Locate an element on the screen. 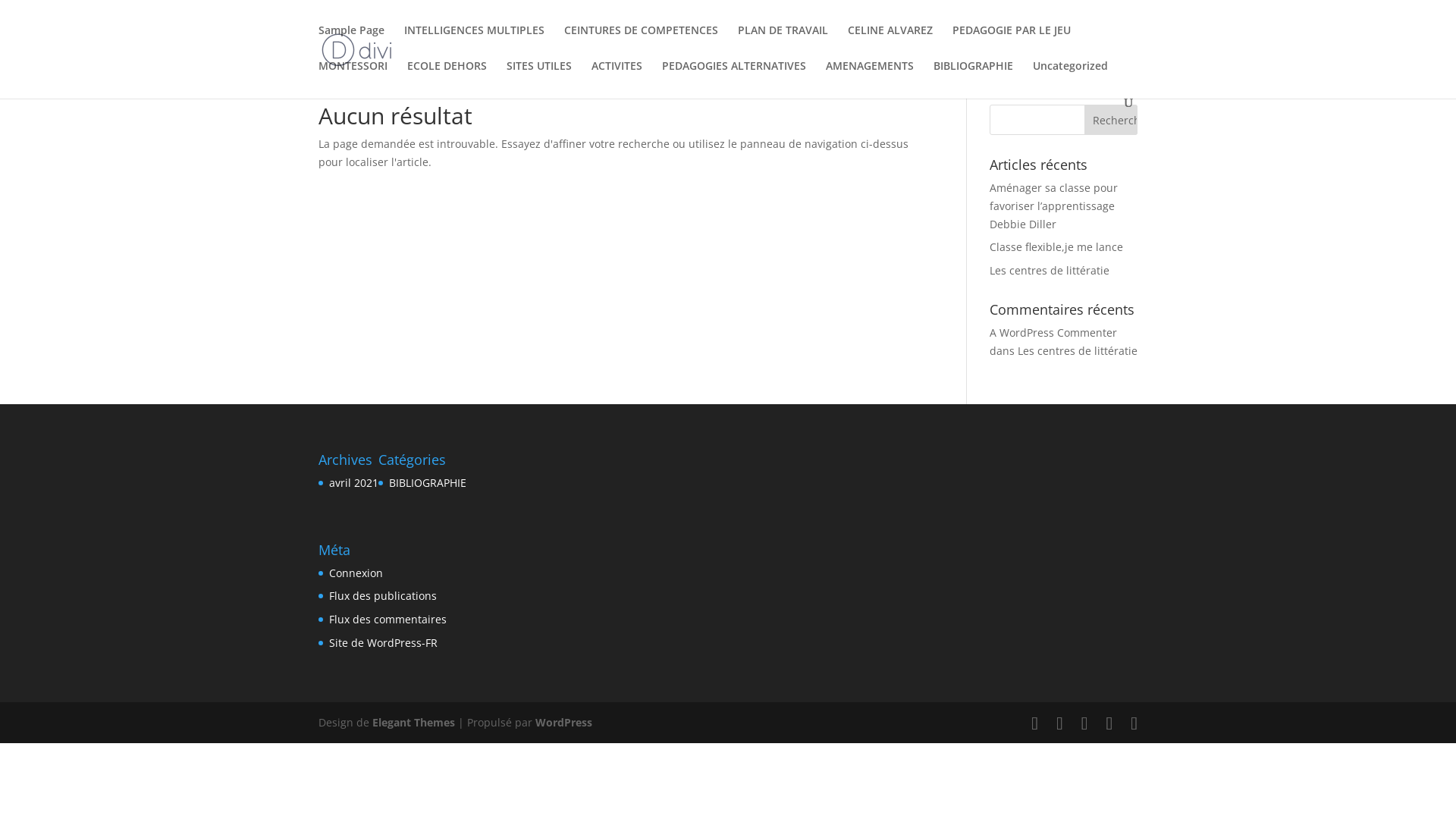 This screenshot has width=1456, height=819. 'Connexion' is located at coordinates (328, 573).